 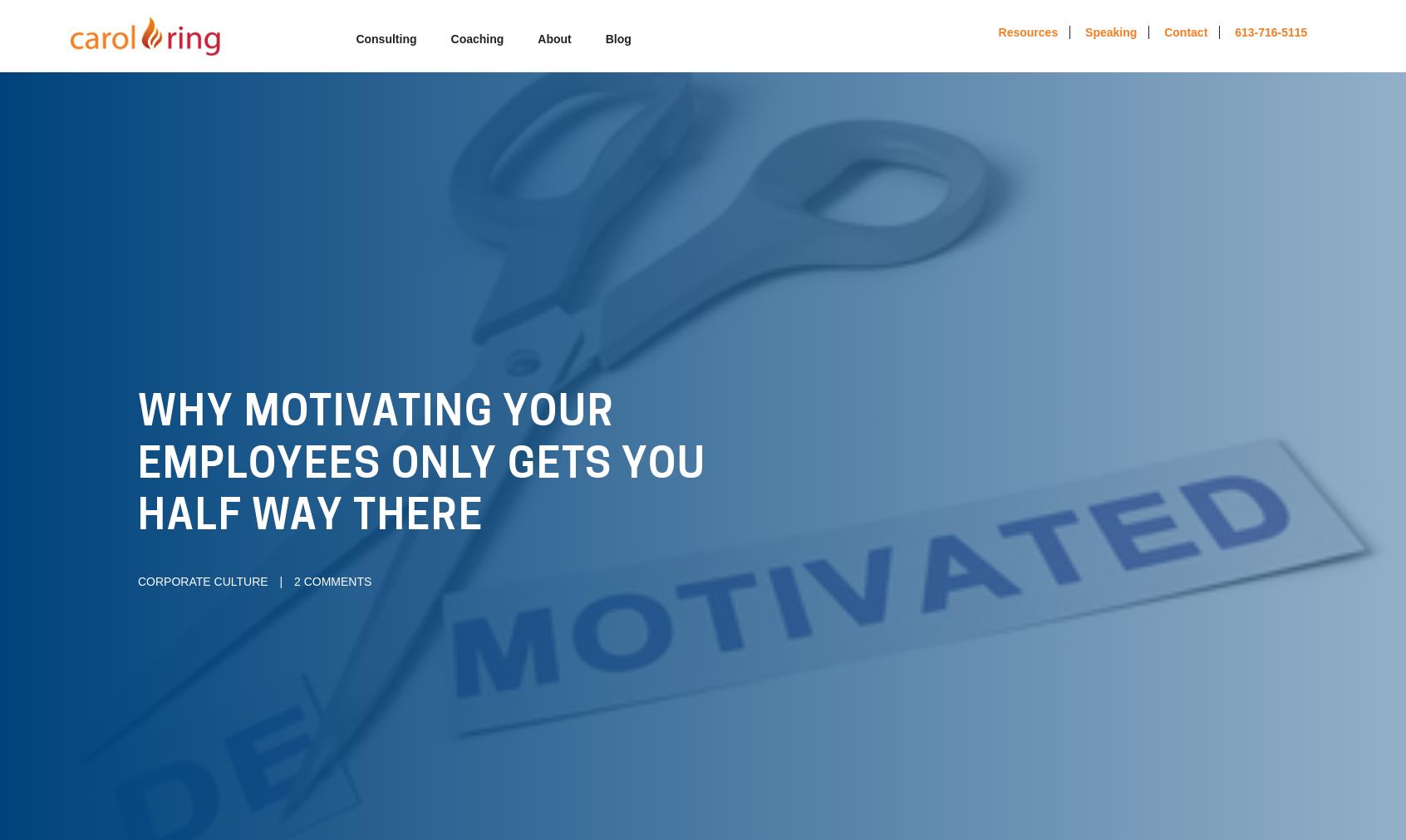 I want to click on 'Contact', so click(x=1185, y=31).